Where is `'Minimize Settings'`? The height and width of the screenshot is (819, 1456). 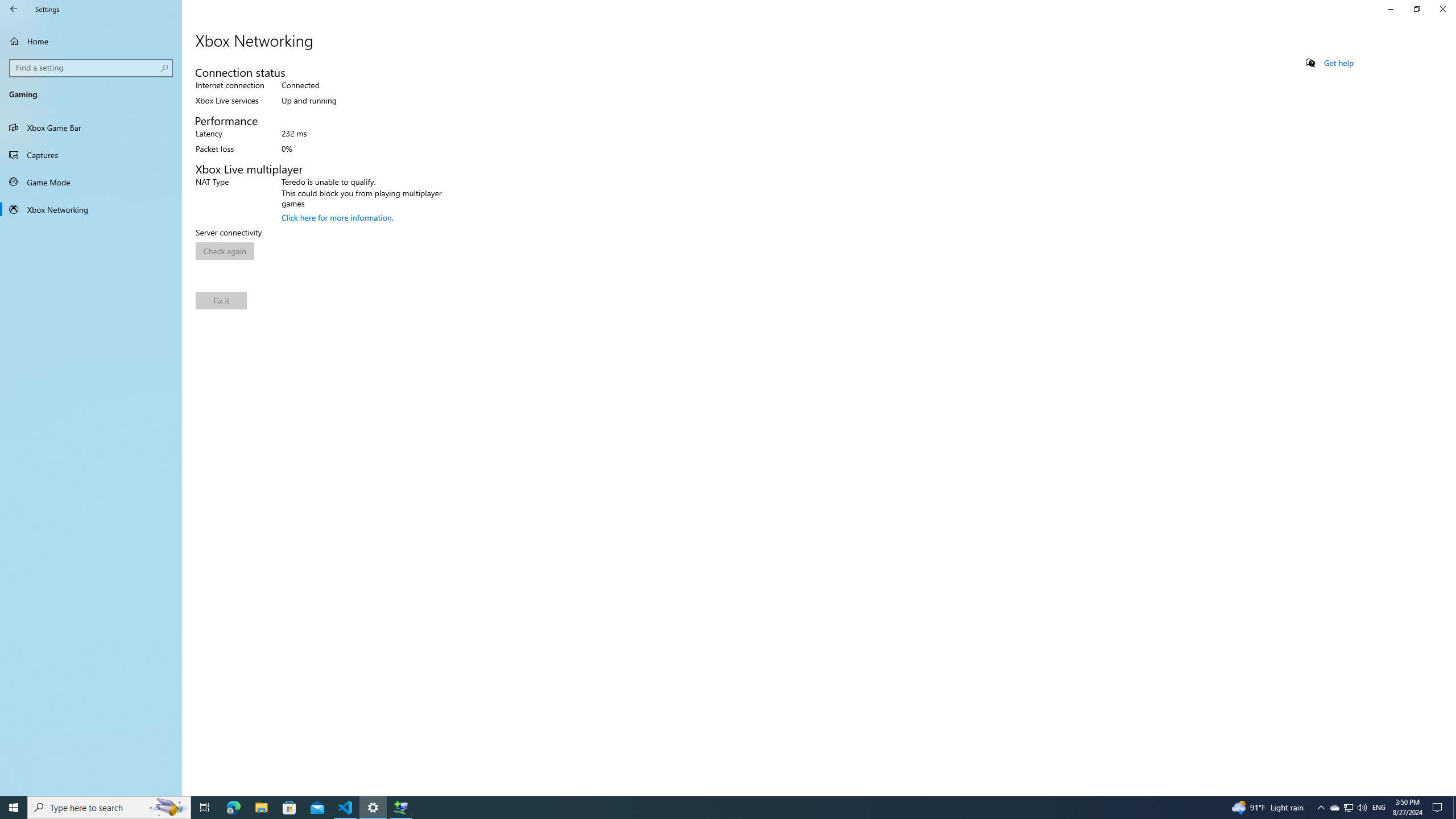
'Minimize Settings' is located at coordinates (1389, 9).